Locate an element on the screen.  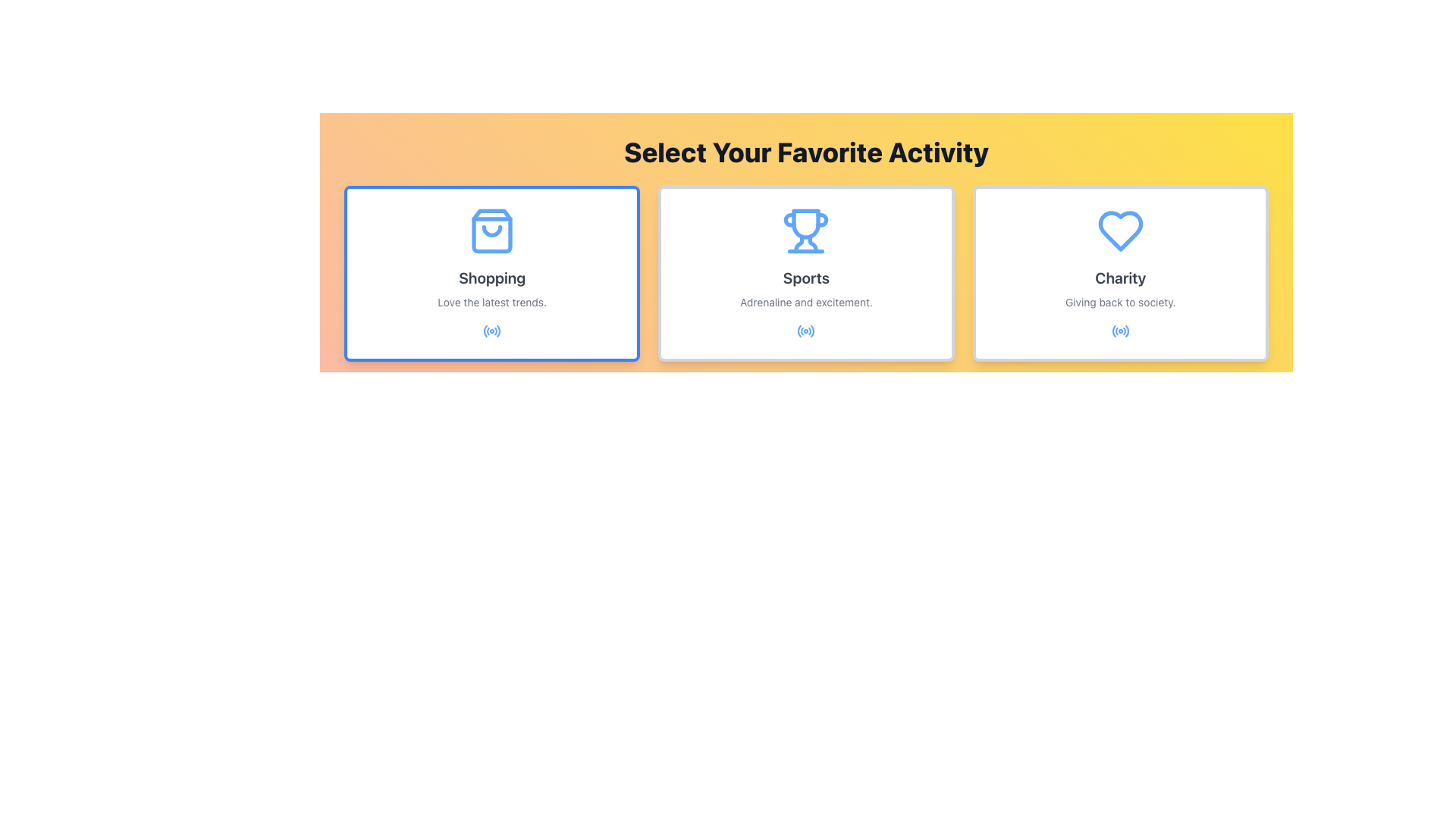
the text label displaying 'Giving back to society.' located below the 'Charity' text within the charity activity card is located at coordinates (1120, 302).